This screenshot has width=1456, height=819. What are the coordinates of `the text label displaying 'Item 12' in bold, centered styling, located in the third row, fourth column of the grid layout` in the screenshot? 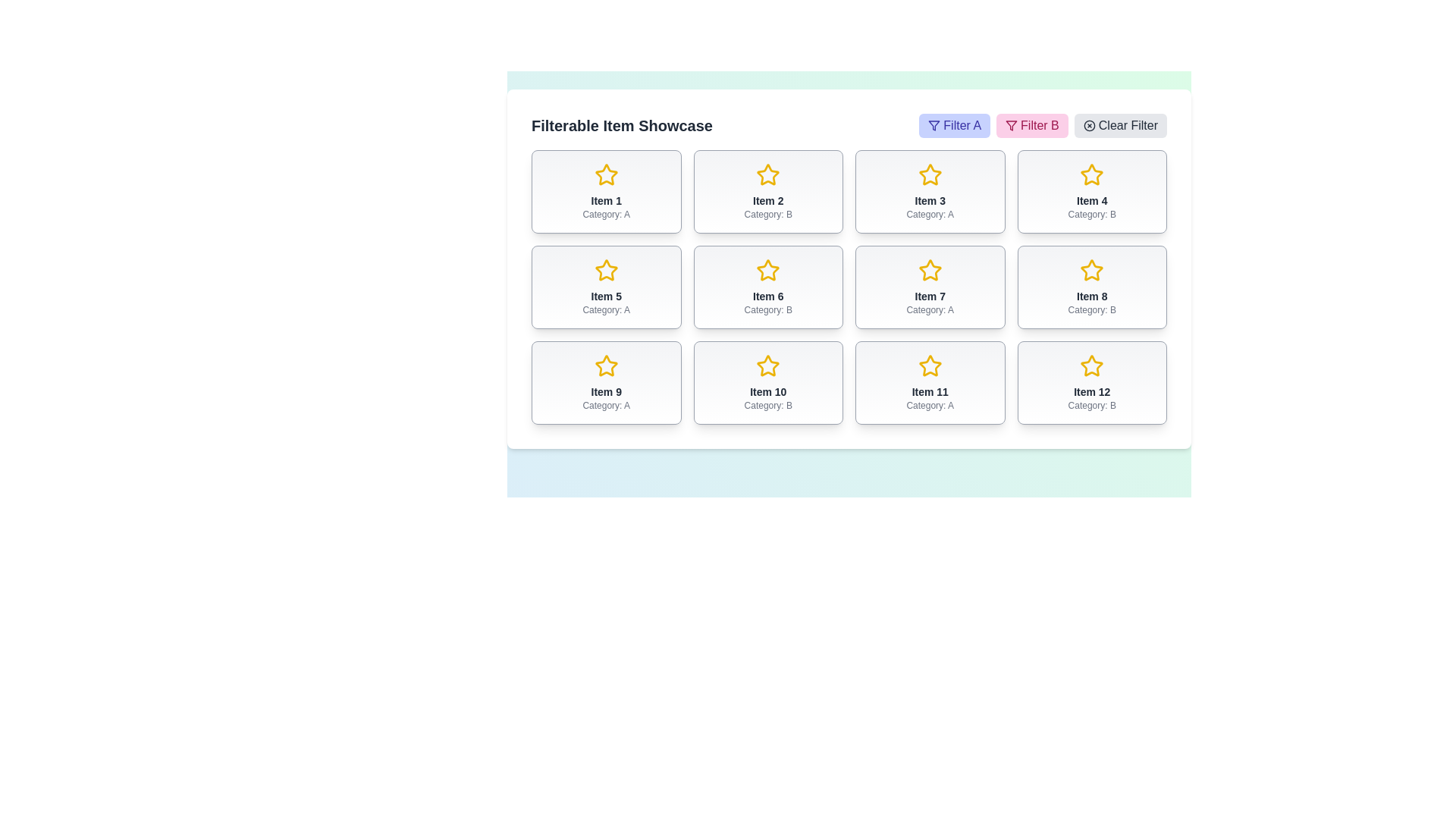 It's located at (1092, 391).